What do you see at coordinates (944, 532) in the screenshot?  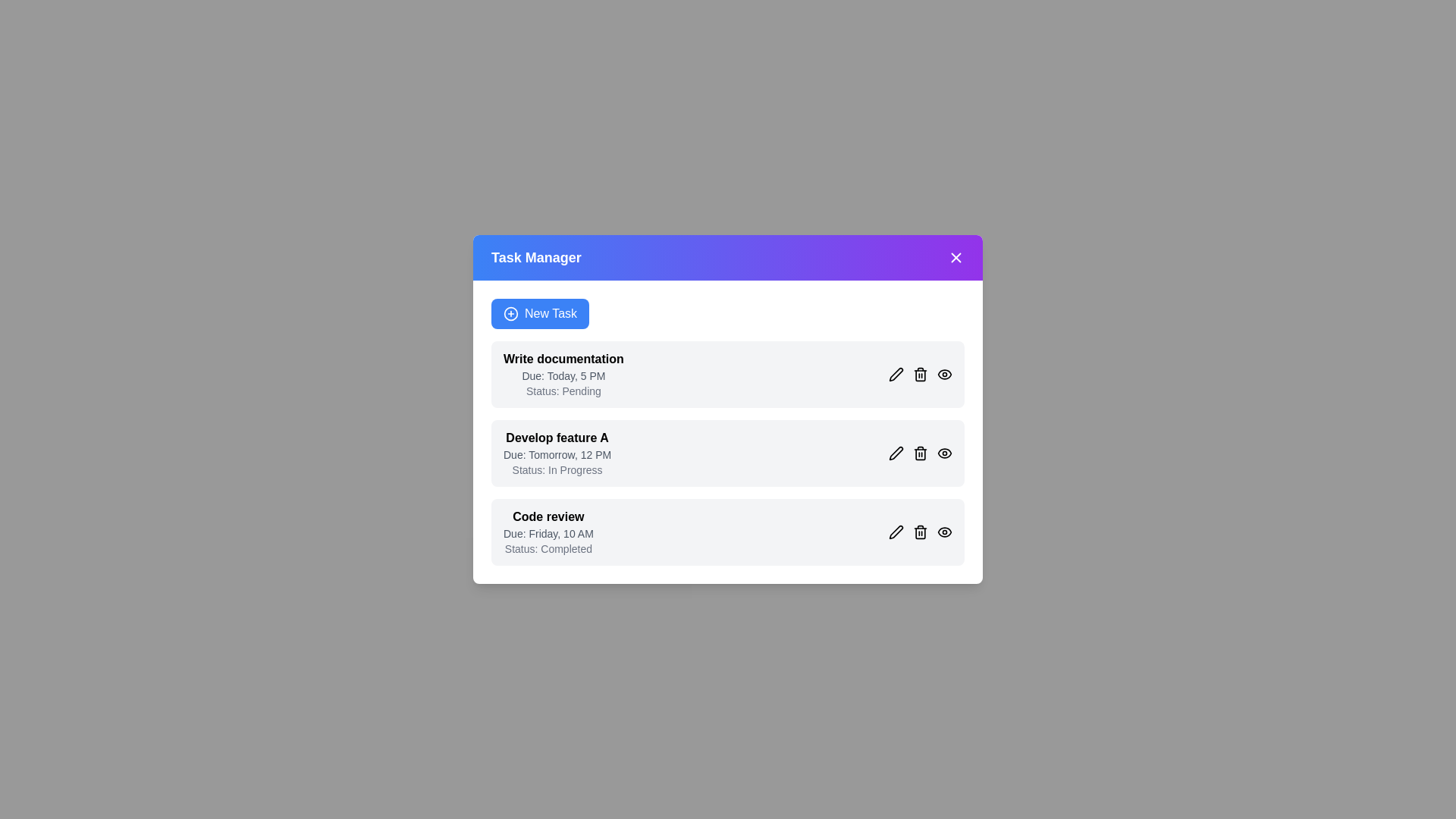 I see `'View' button next to the task titled 'Code review' to view its details` at bounding box center [944, 532].